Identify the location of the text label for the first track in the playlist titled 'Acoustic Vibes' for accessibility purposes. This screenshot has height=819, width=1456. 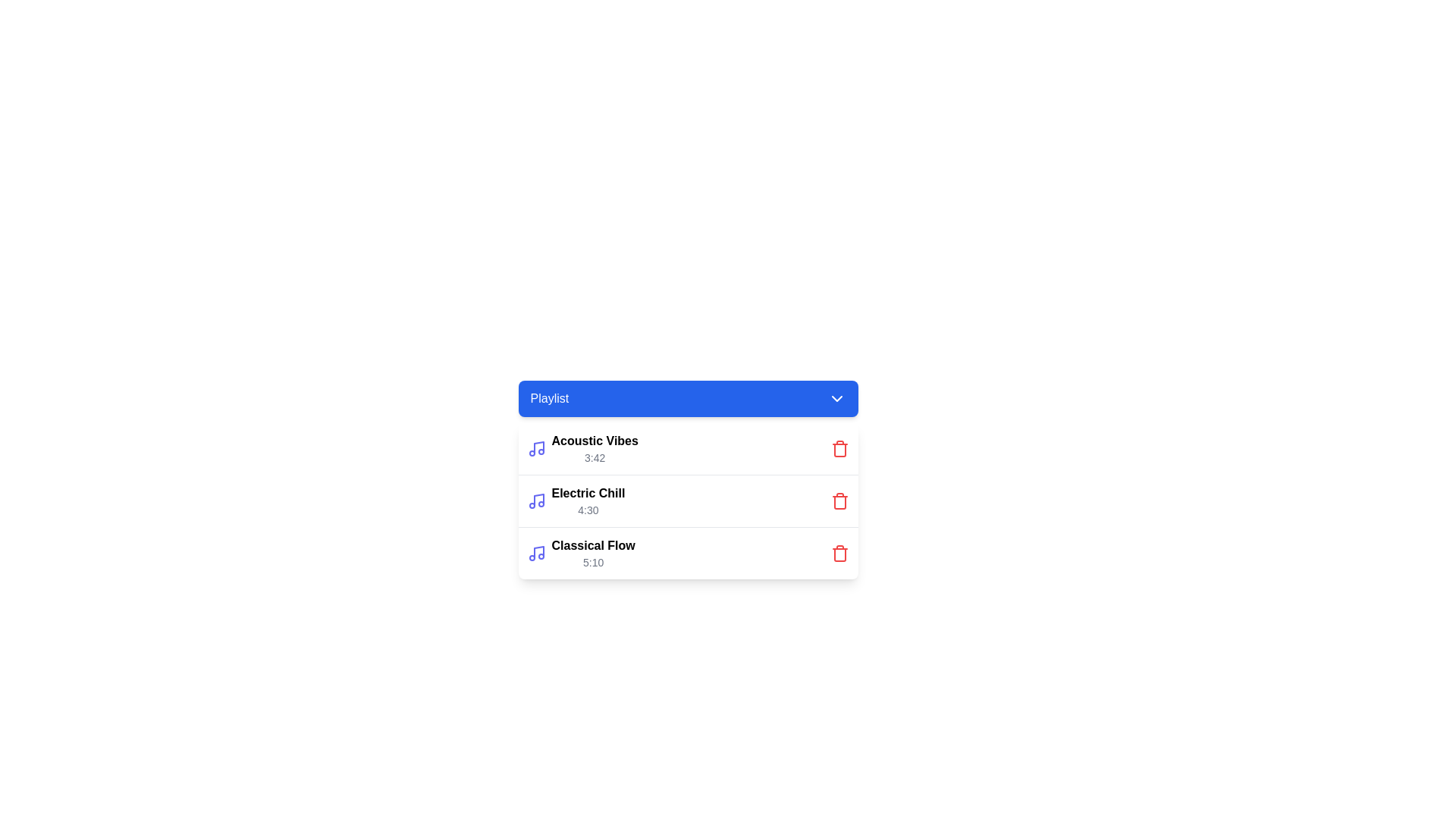
(594, 441).